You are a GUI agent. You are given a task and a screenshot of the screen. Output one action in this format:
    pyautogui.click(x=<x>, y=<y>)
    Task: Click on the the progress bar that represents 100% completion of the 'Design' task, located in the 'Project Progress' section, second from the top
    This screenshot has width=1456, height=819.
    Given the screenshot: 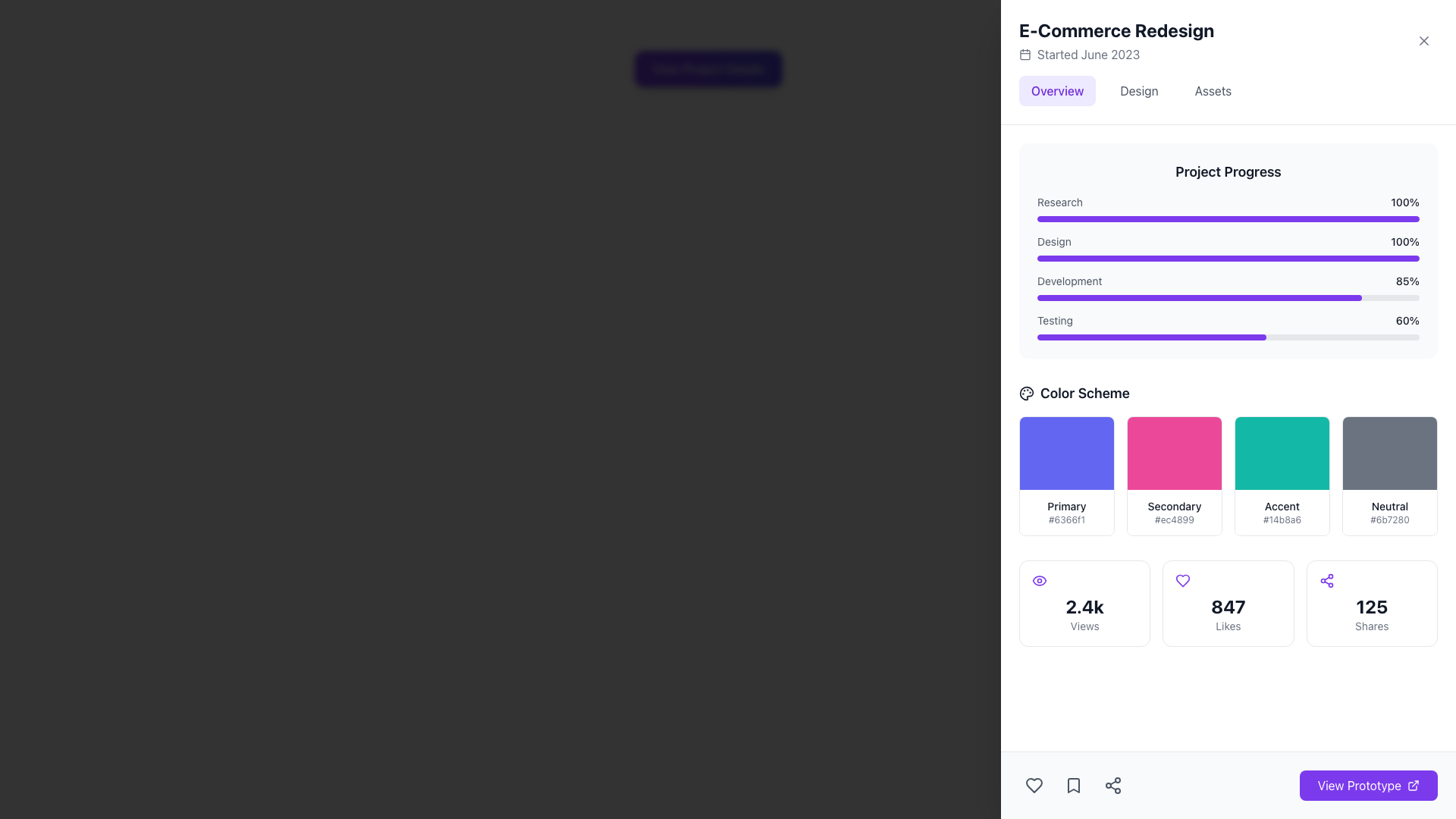 What is the action you would take?
    pyautogui.click(x=1228, y=247)
    